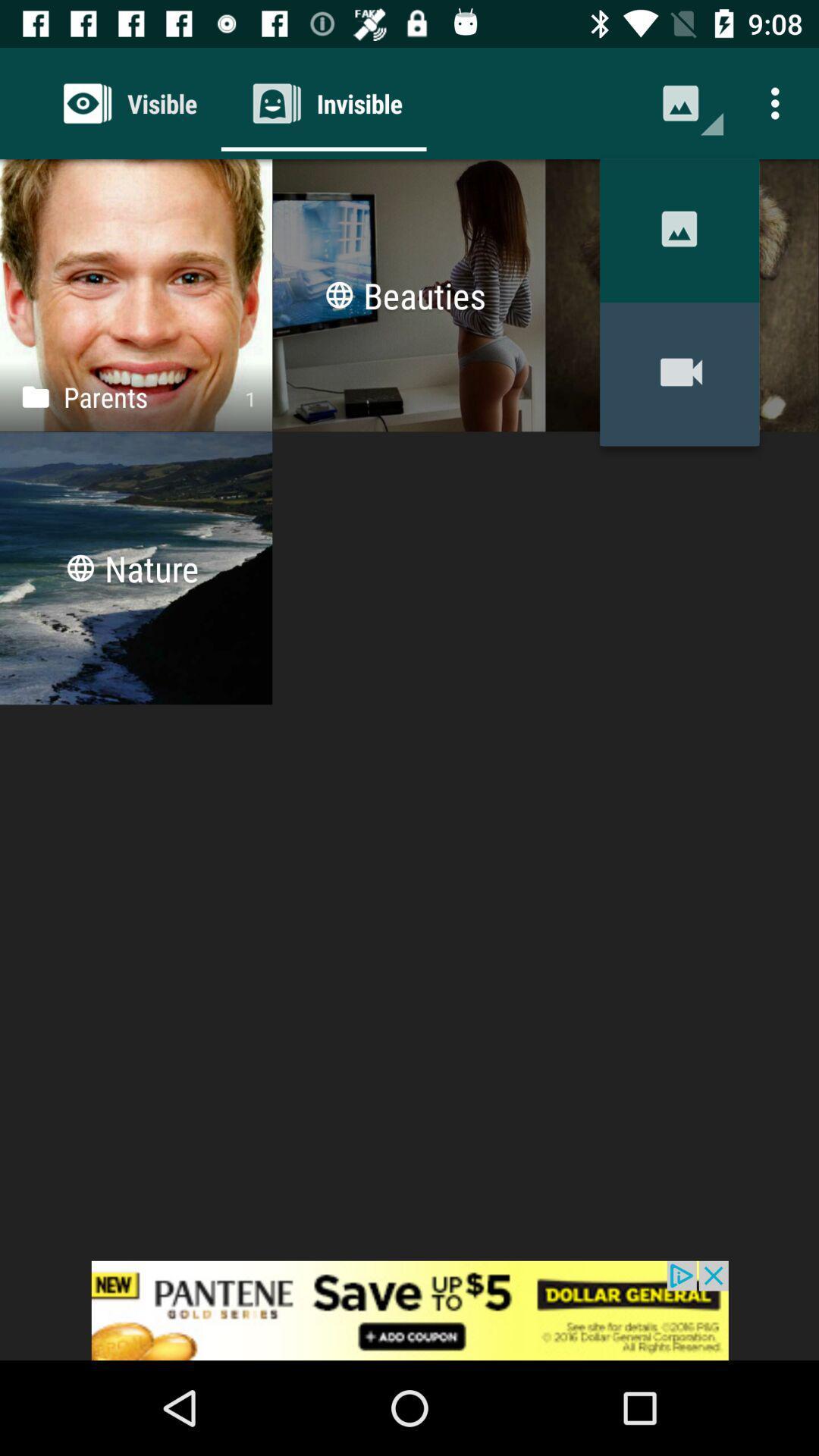 This screenshot has height=1456, width=819. I want to click on advertisement banner, so click(409, 1310).